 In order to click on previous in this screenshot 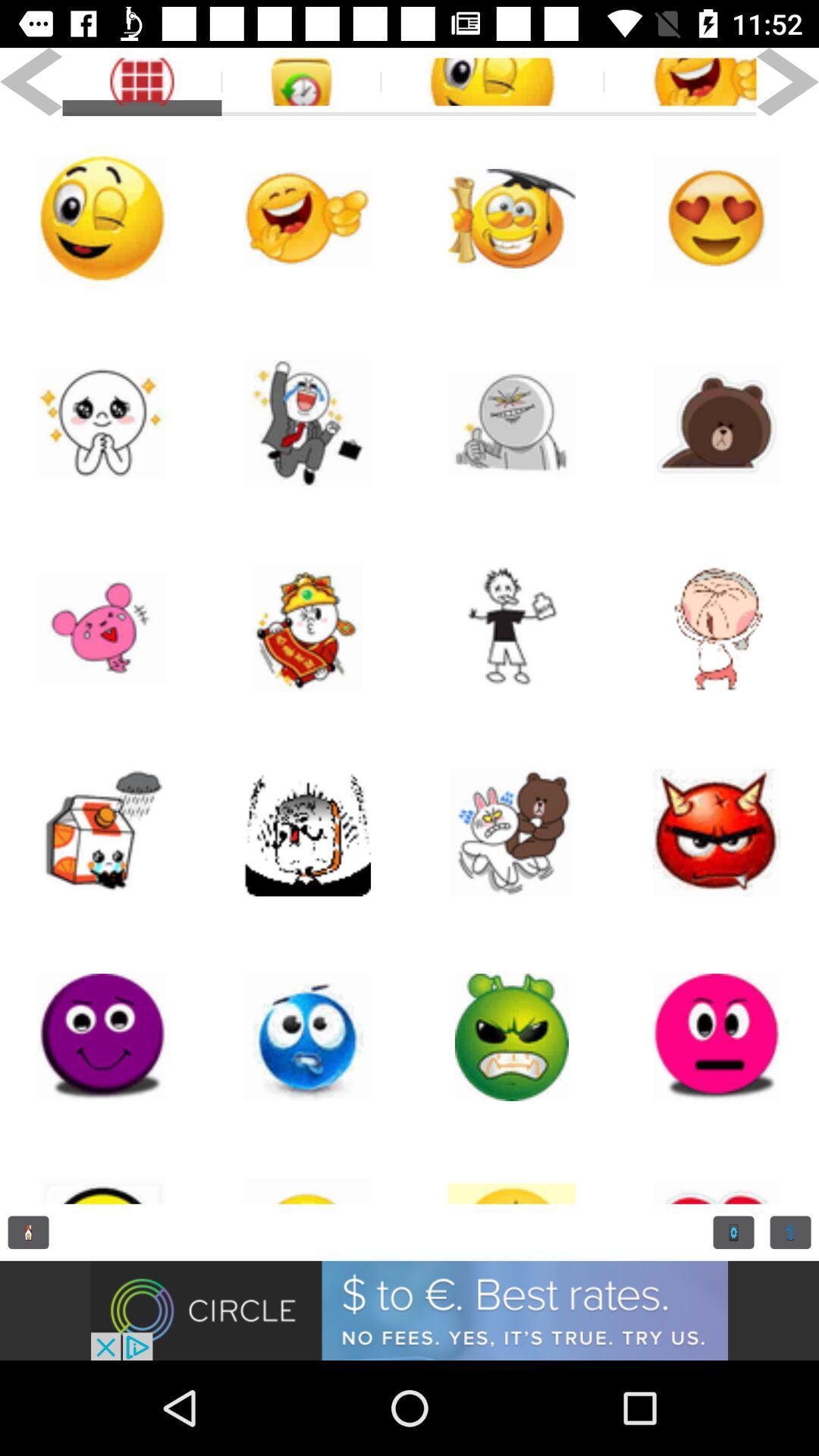, I will do `click(28, 1232)`.